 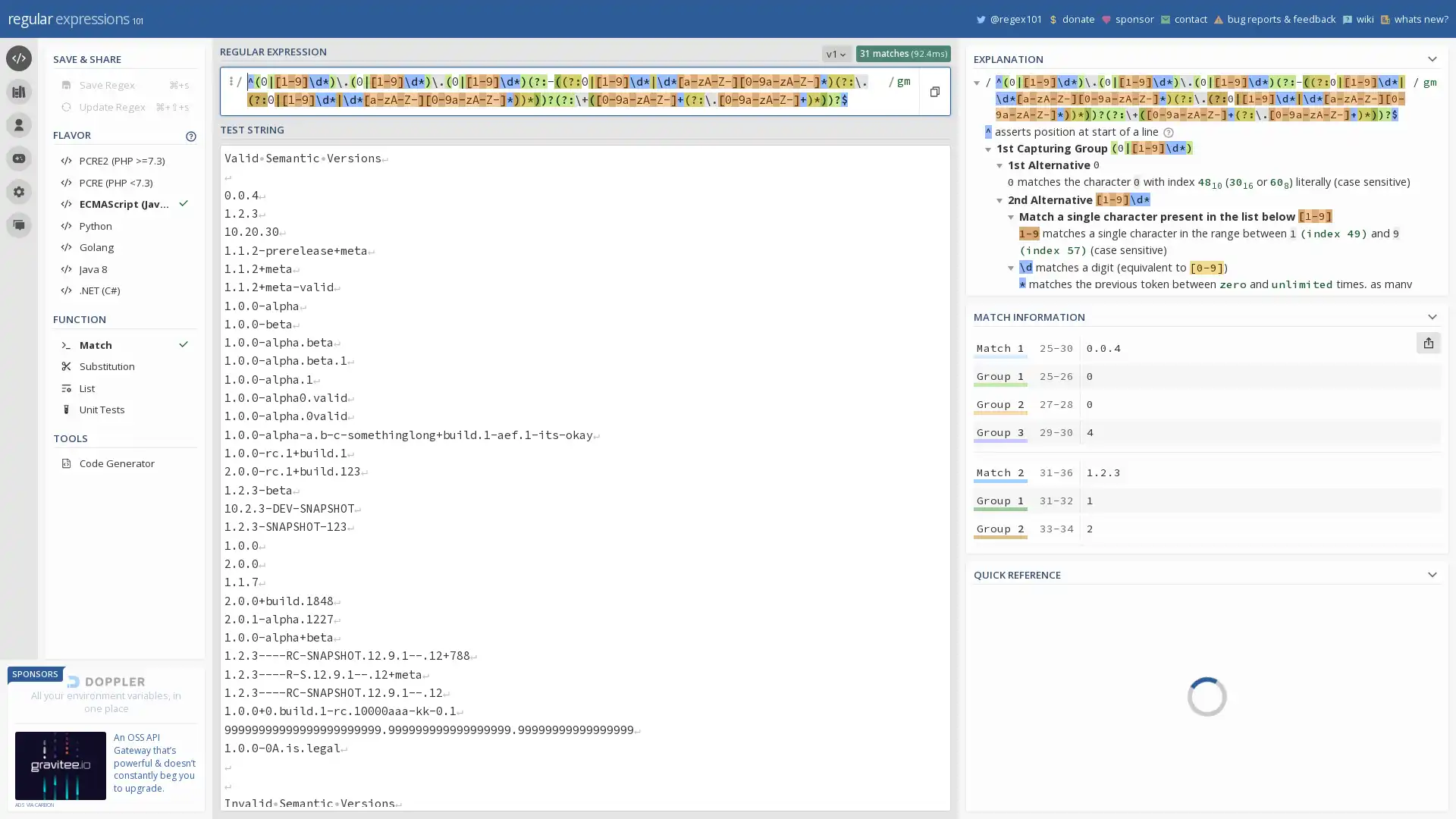 What do you see at coordinates (1282, 773) in the screenshot?
I see `Any non-whitespace character \S` at bounding box center [1282, 773].